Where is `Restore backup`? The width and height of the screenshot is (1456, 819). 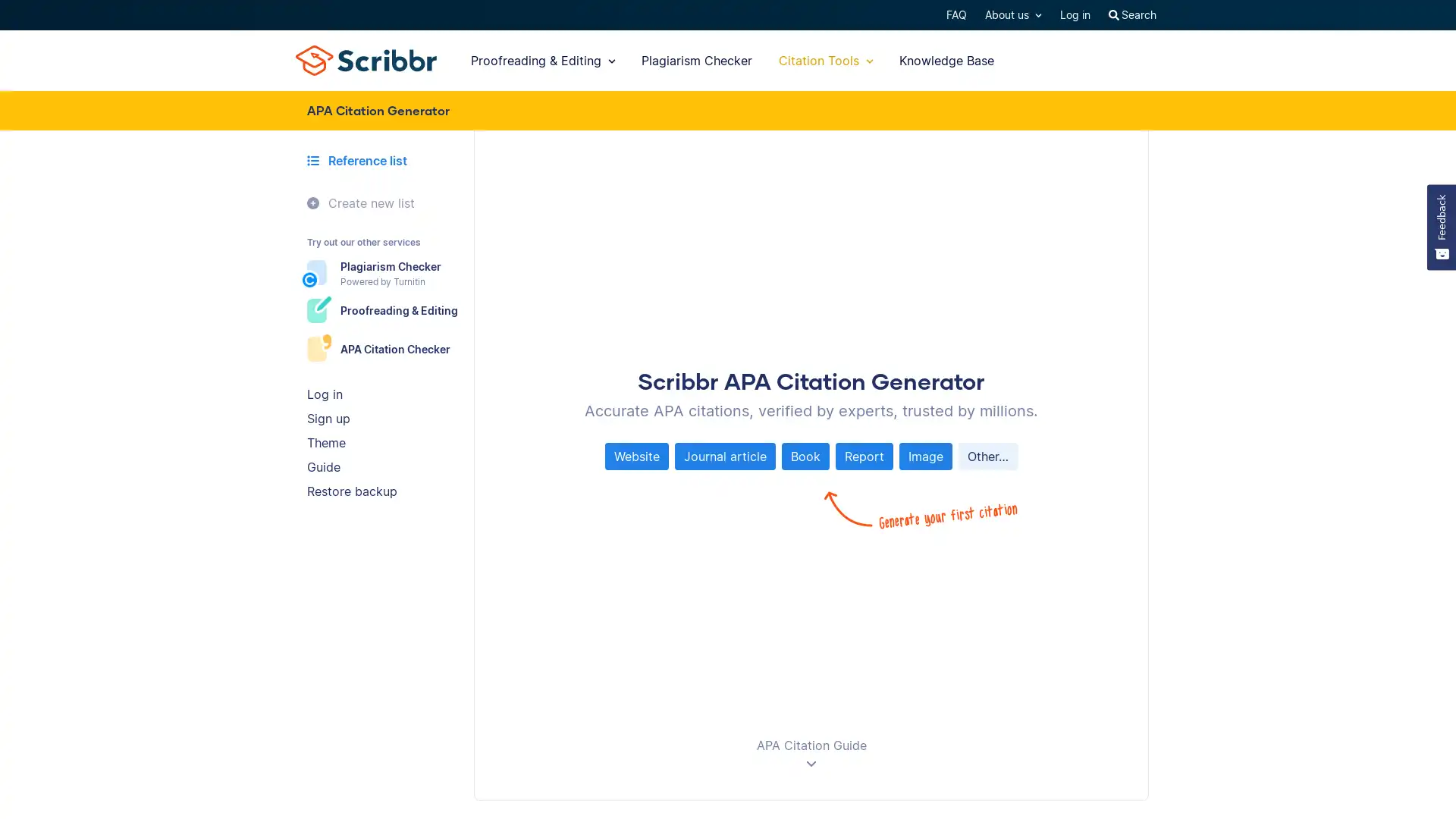 Restore backup is located at coordinates (385, 491).